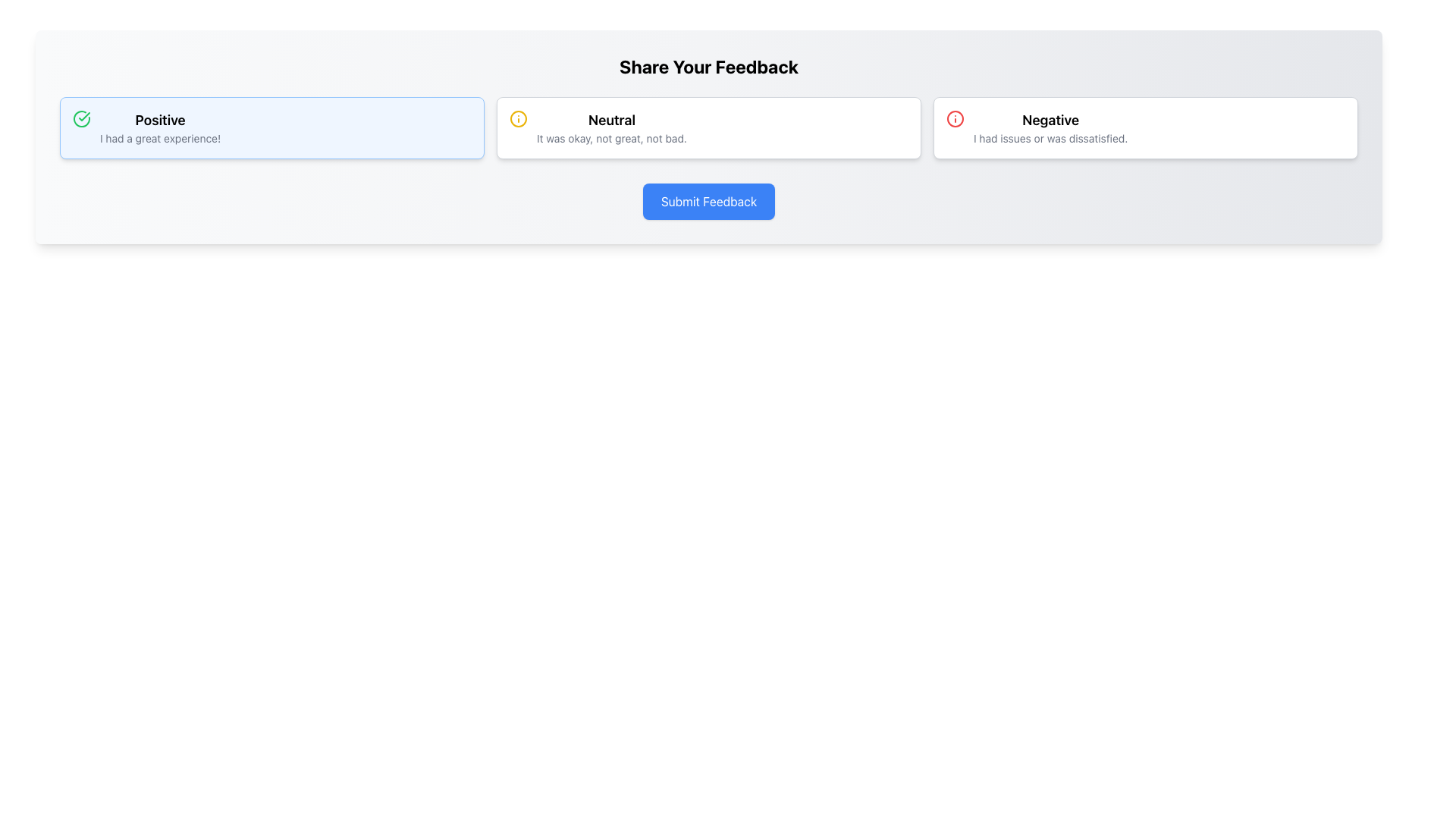 This screenshot has height=819, width=1456. I want to click on the 'Neutral' feedback option card, which is the second item in the horizontal grid of feedback options, so click(708, 127).